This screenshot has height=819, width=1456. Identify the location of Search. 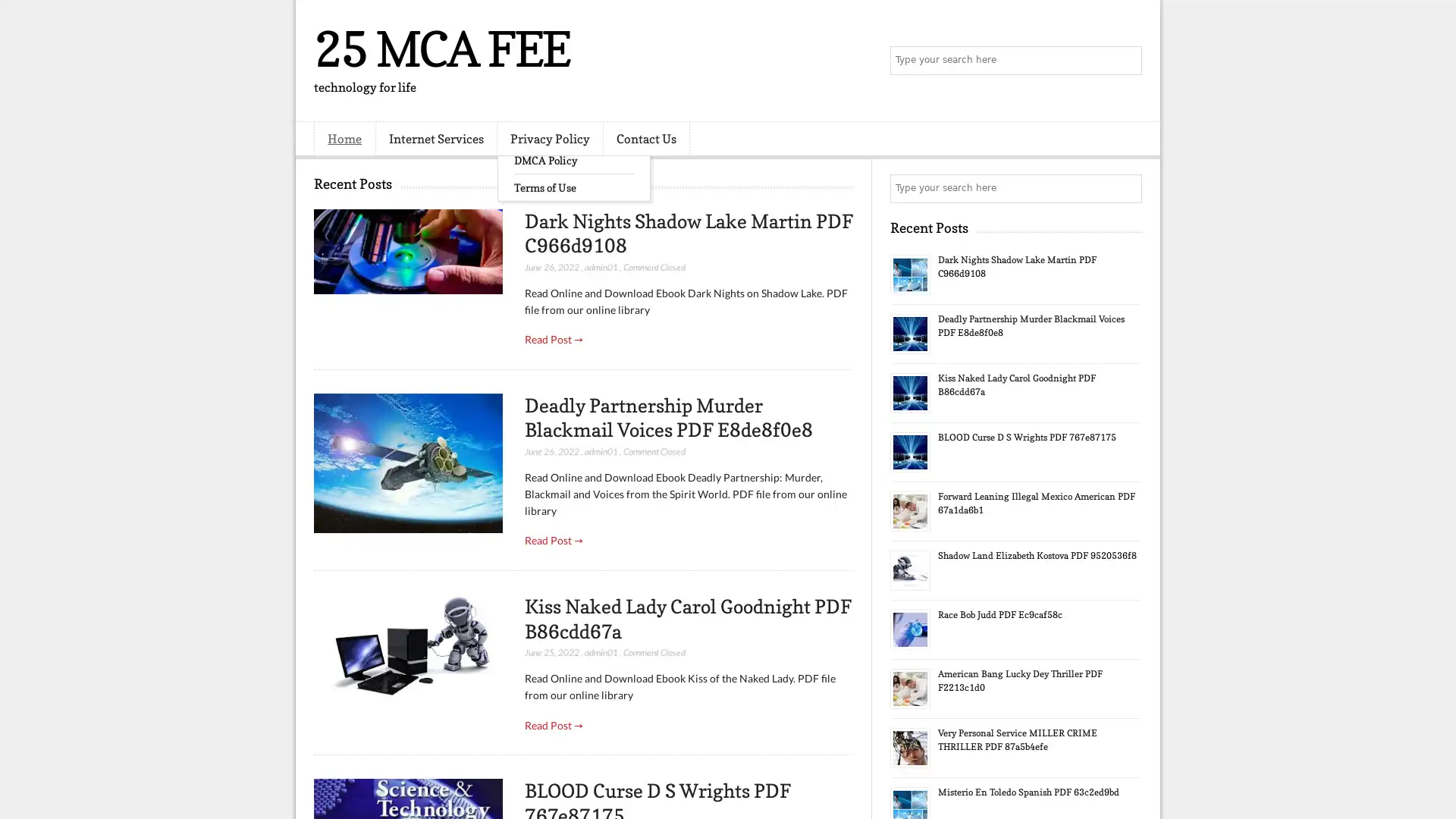
(1126, 188).